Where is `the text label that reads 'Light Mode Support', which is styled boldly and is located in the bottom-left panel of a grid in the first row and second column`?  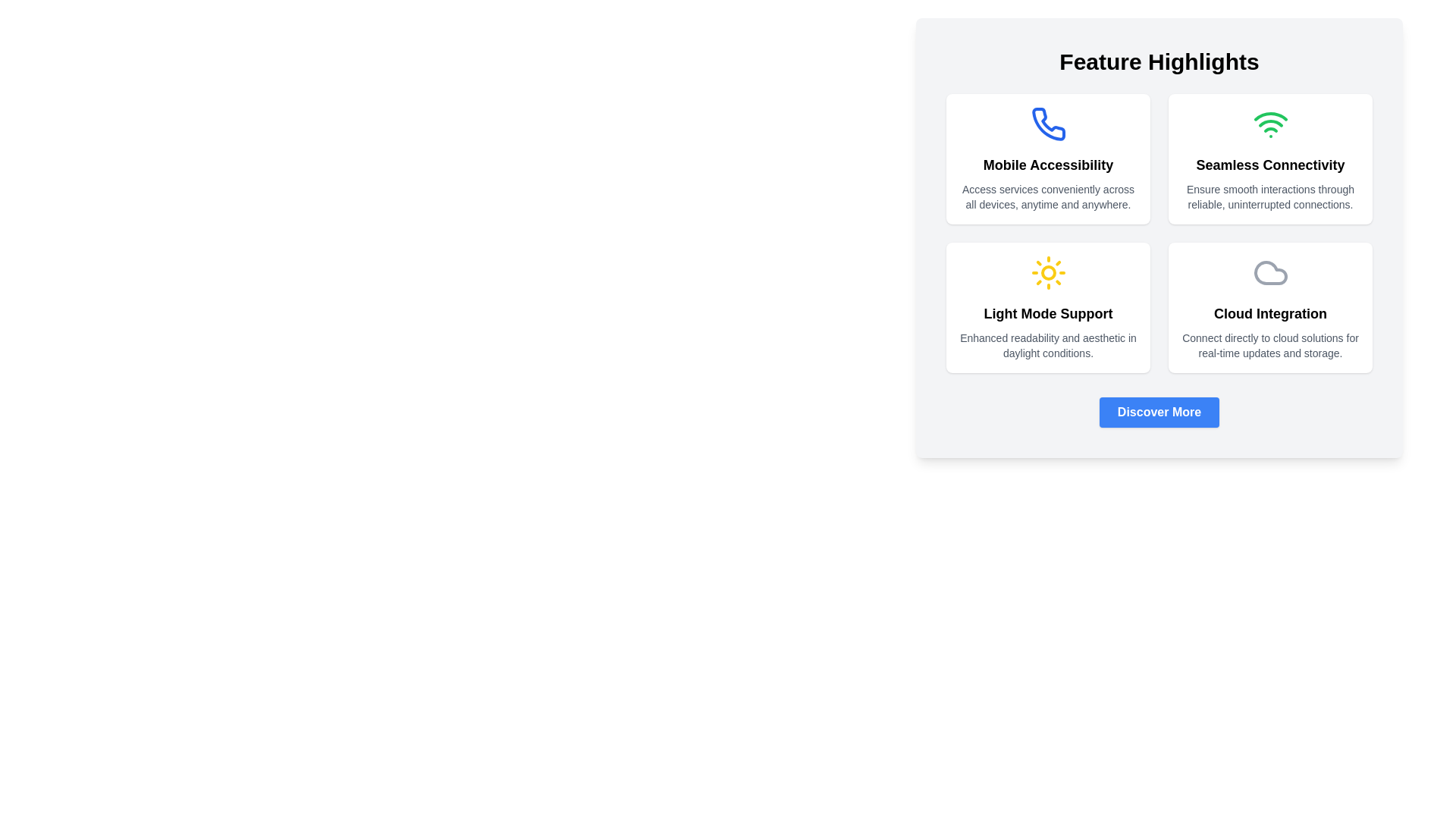 the text label that reads 'Light Mode Support', which is styled boldly and is located in the bottom-left panel of a grid in the first row and second column is located at coordinates (1047, 312).